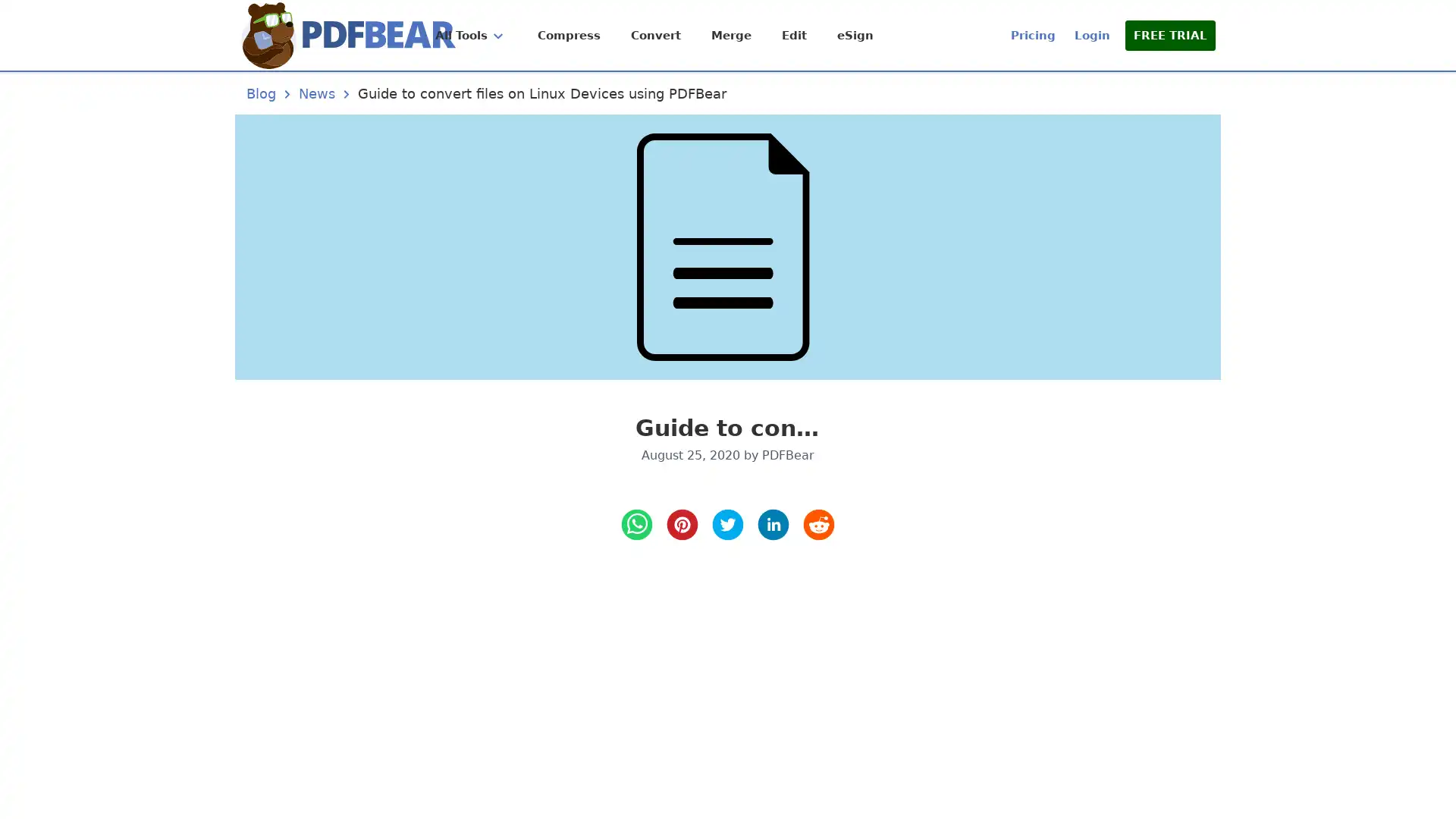 The height and width of the screenshot is (819, 1456). I want to click on Pricing, so click(1031, 34).